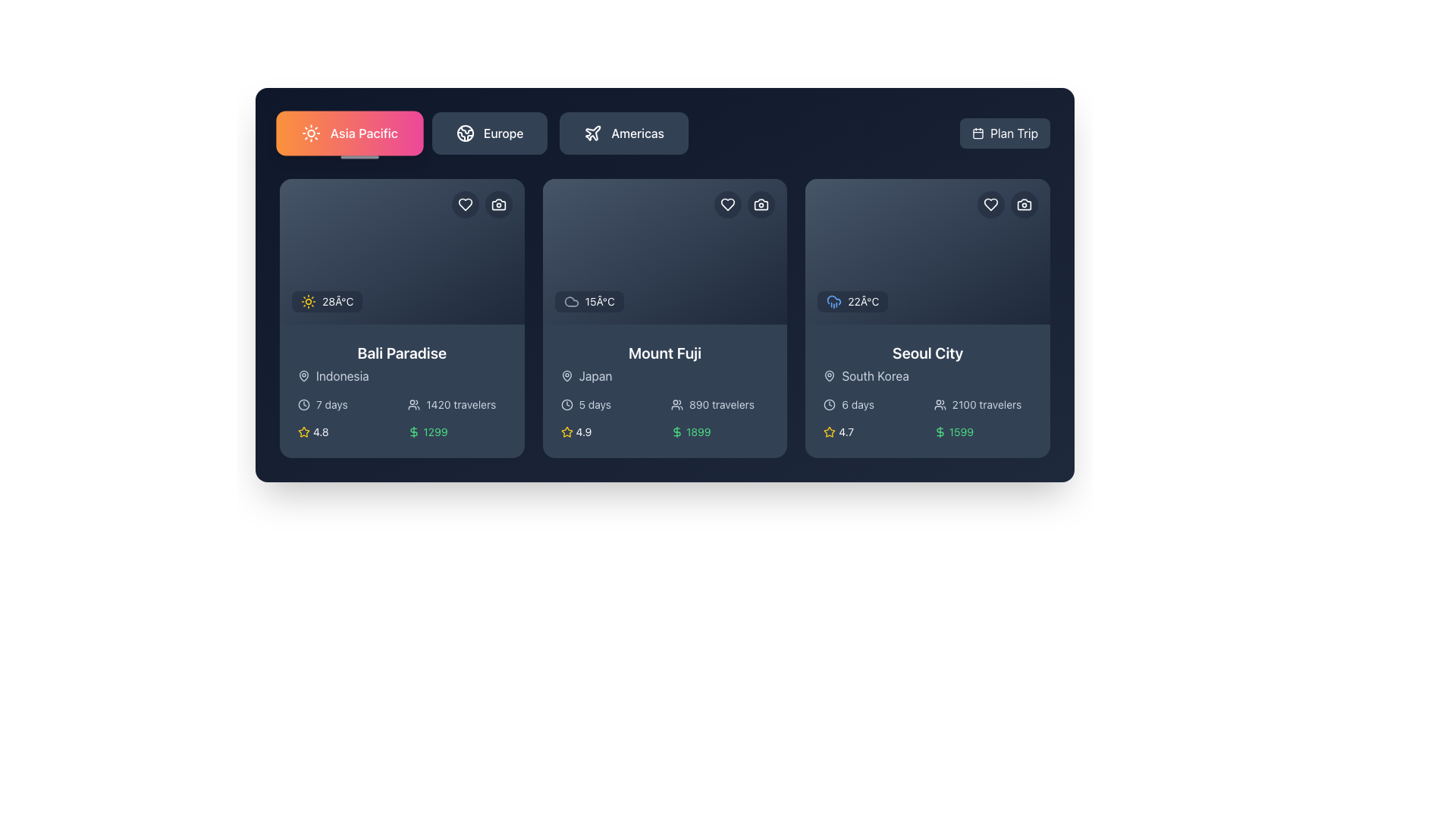  What do you see at coordinates (435, 432) in the screenshot?
I see `the static text label displaying '1299' in a bold sans-serif font, styled in bright green, located at the bottom center of the 'Bali Paradise' card` at bounding box center [435, 432].